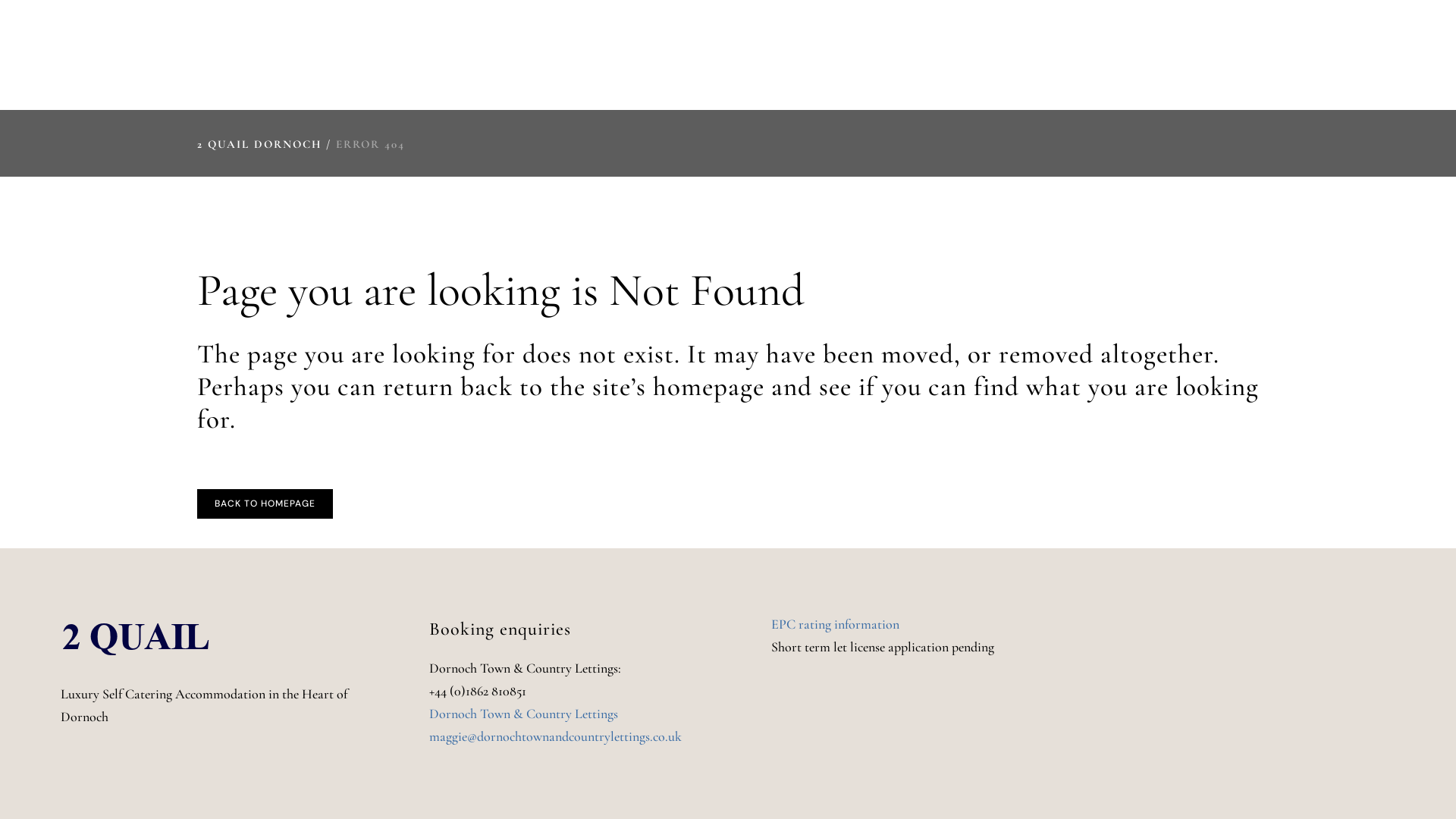  What do you see at coordinates (554, 736) in the screenshot?
I see `'maggie@dornochtownandcountrylettings.co.uk'` at bounding box center [554, 736].